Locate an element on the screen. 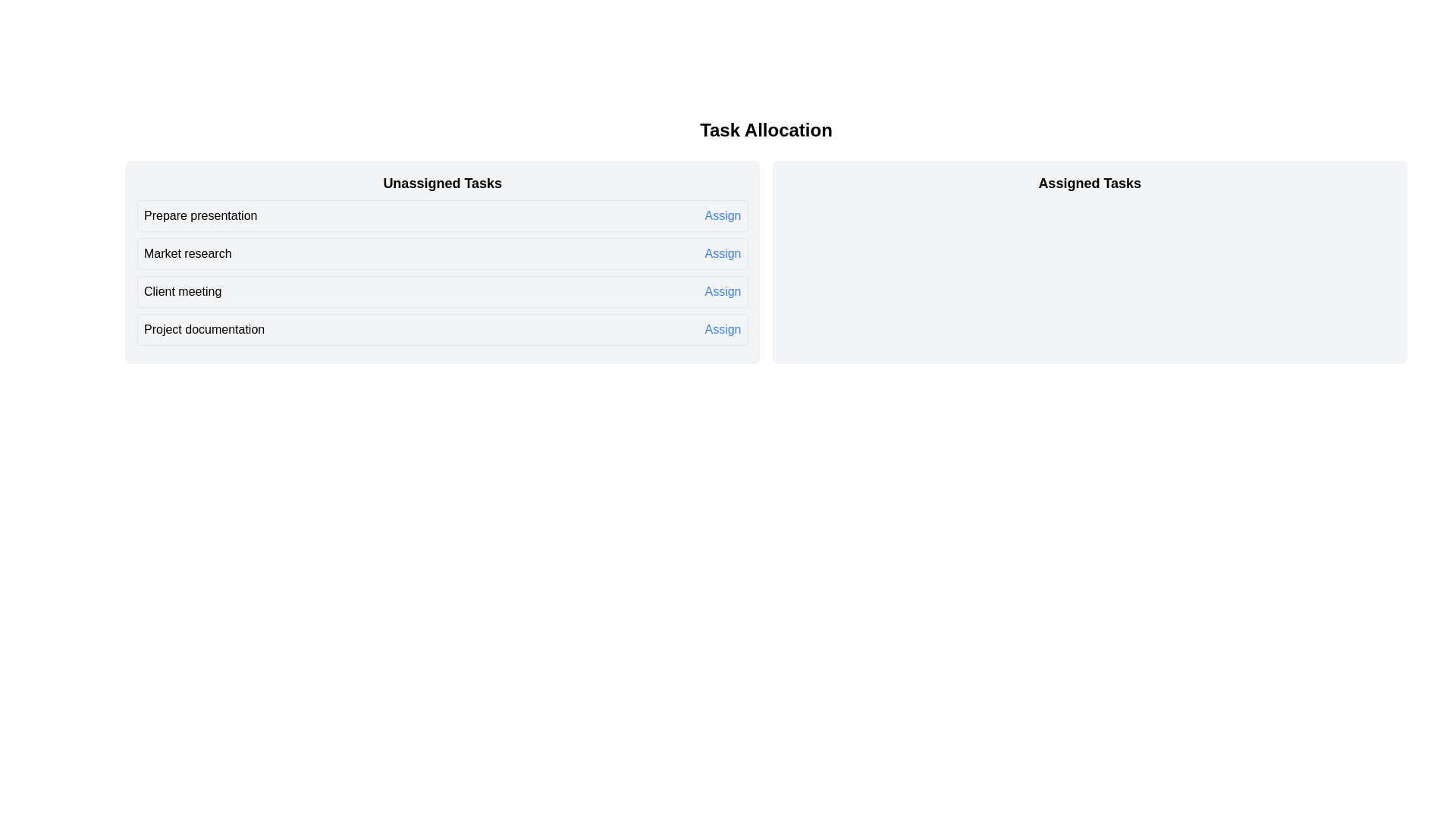  the 'Assign' hyperlink, which is styled in blue and underlines when hovered, located to the right of 'Prepare presentation' in the 'Unassigned Tasks' list is located at coordinates (722, 216).